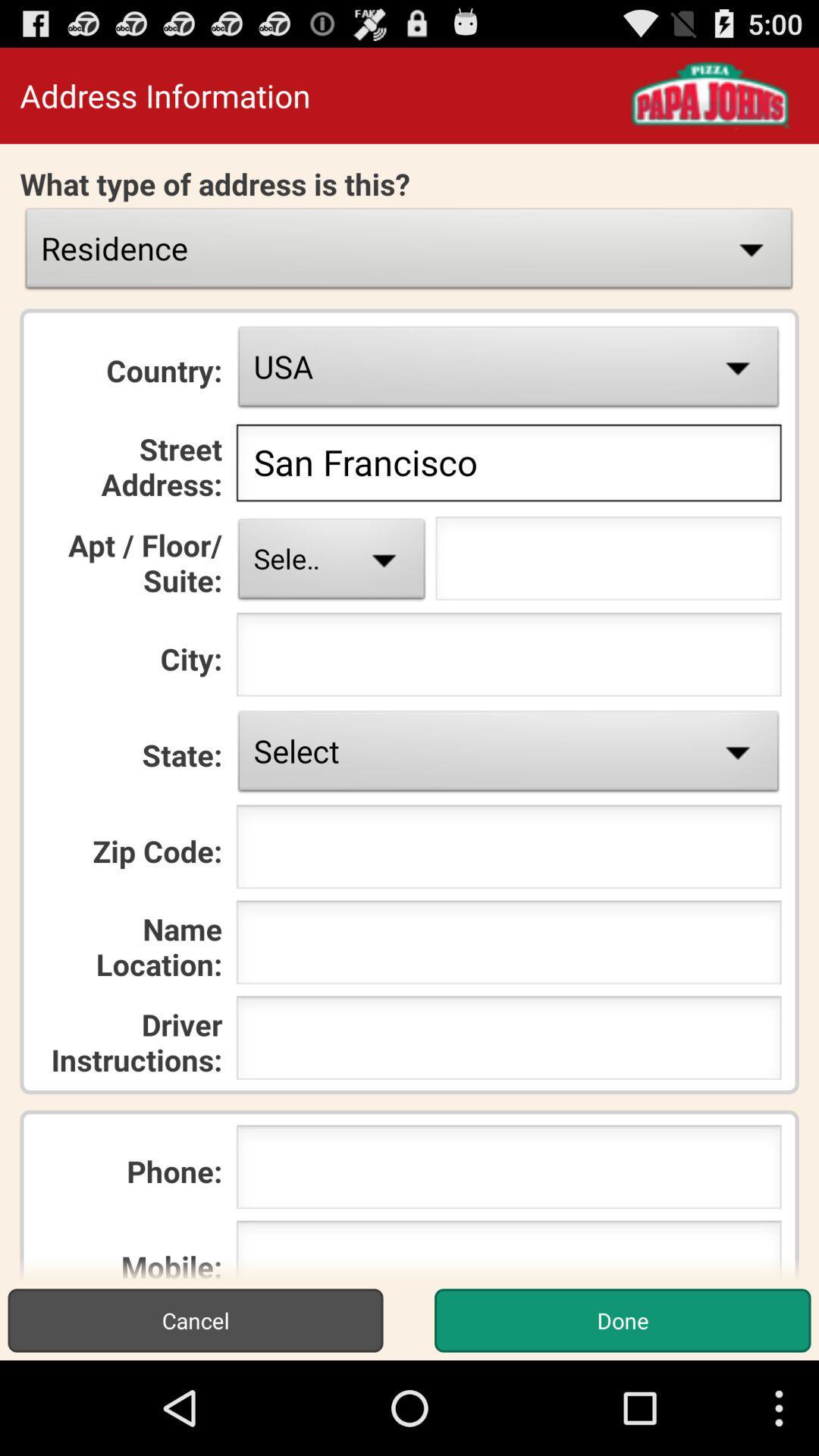 This screenshot has width=819, height=1456. What do you see at coordinates (607, 562) in the screenshot?
I see `for units` at bounding box center [607, 562].